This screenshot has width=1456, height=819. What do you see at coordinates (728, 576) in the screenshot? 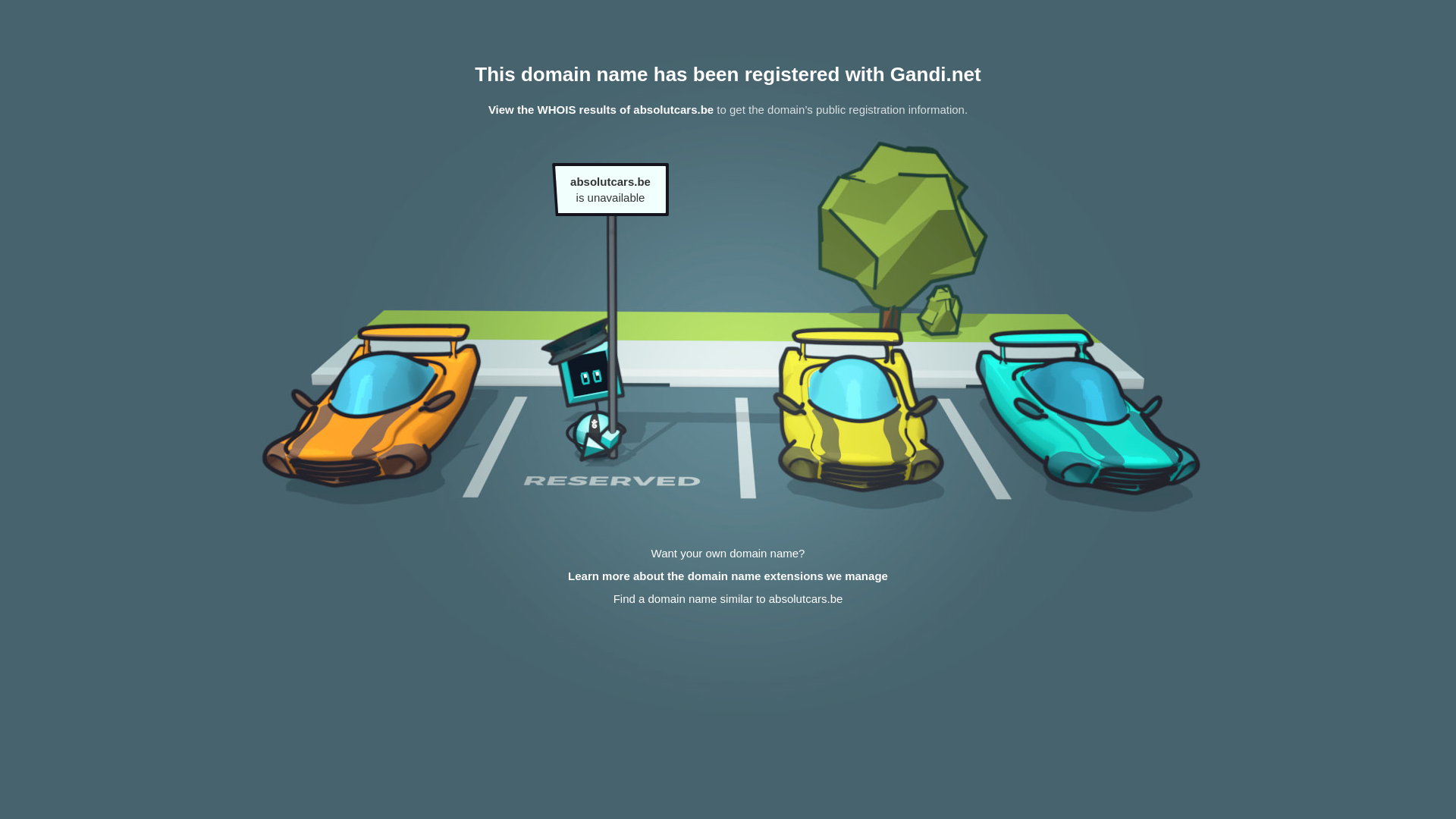
I see `'Learn more about the domain name extensions we manage'` at bounding box center [728, 576].